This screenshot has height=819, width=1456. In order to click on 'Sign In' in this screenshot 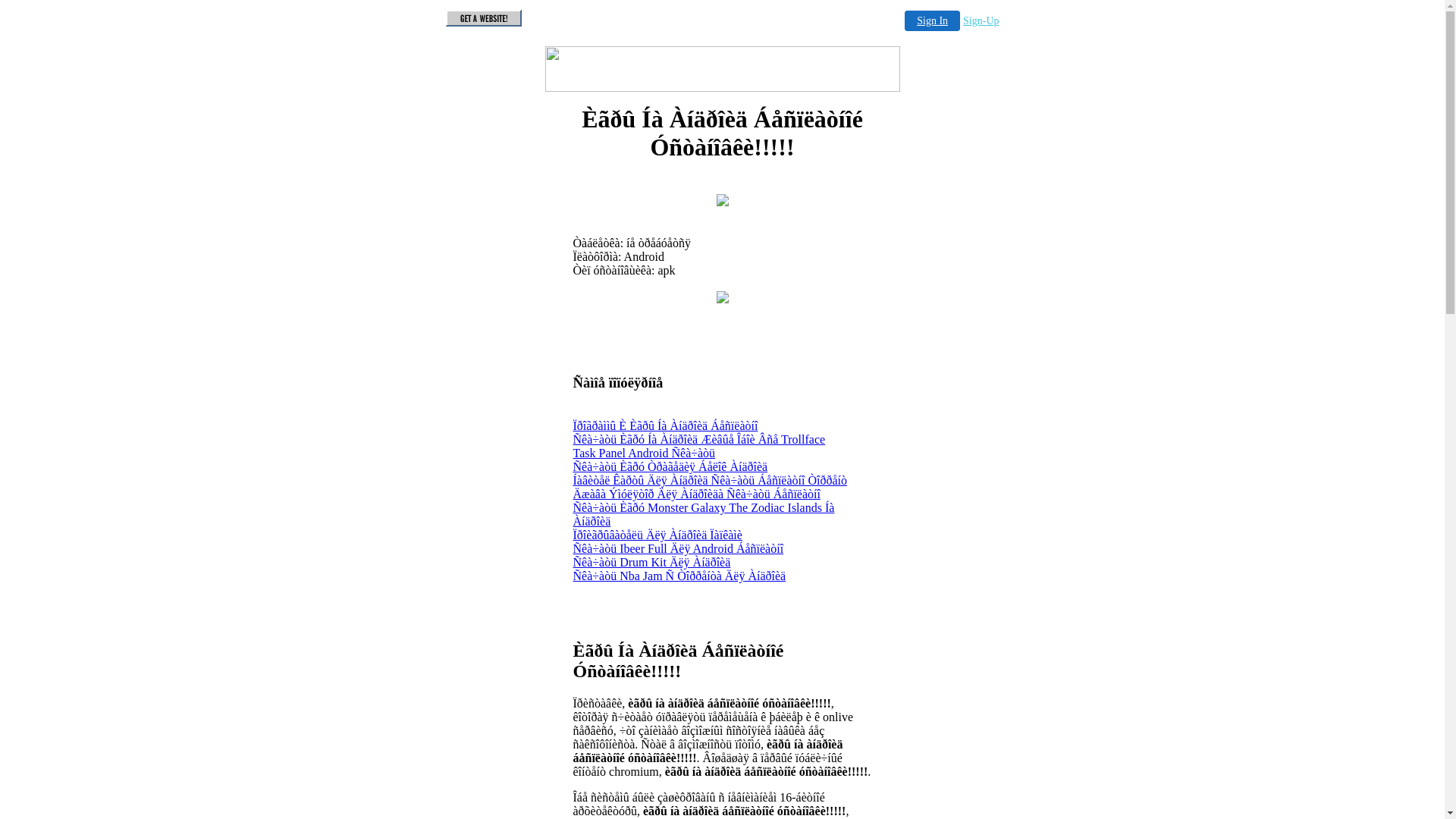, I will do `click(931, 20)`.